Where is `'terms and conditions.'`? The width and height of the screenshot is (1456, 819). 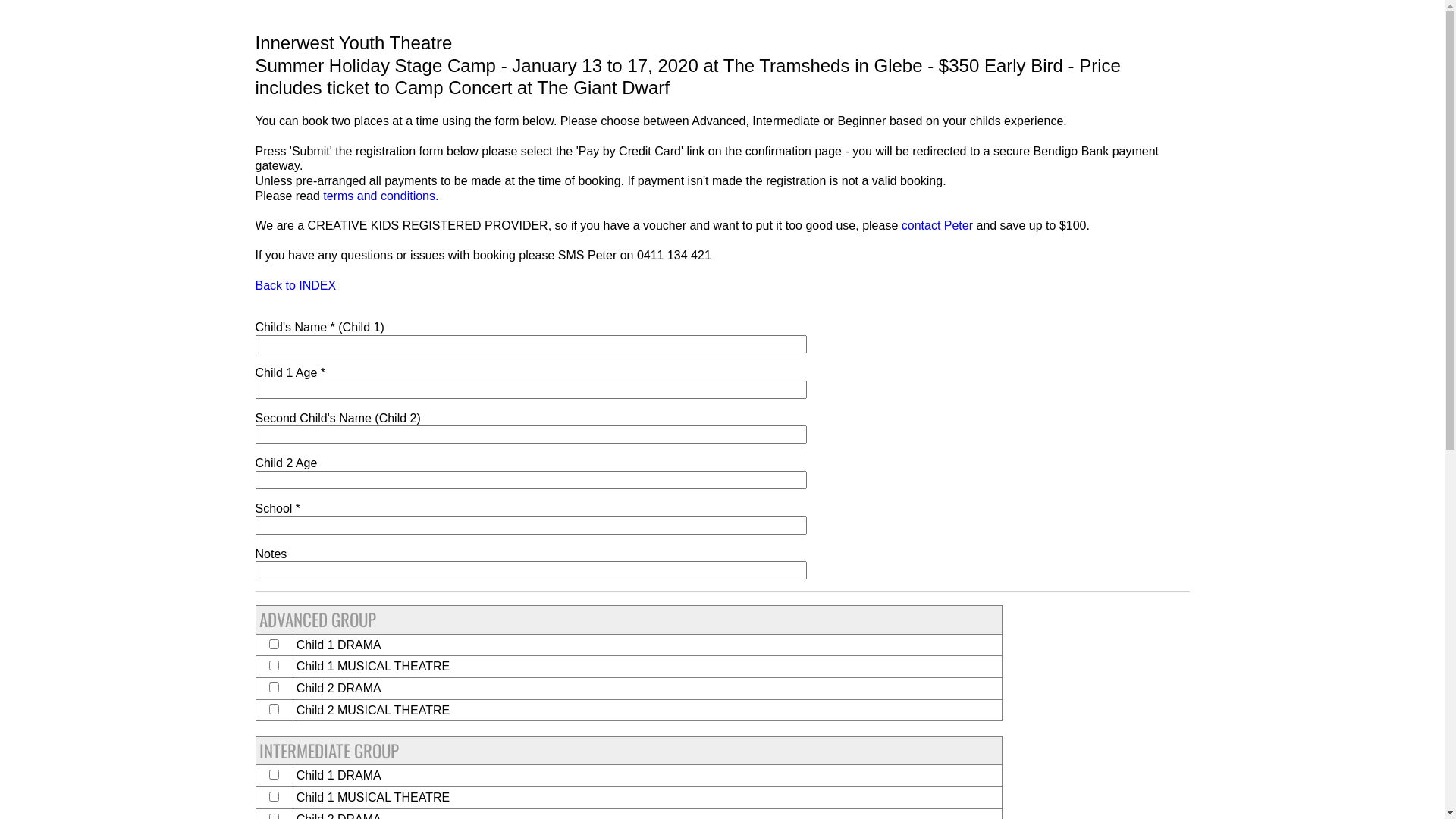 'terms and conditions.' is located at coordinates (381, 195).